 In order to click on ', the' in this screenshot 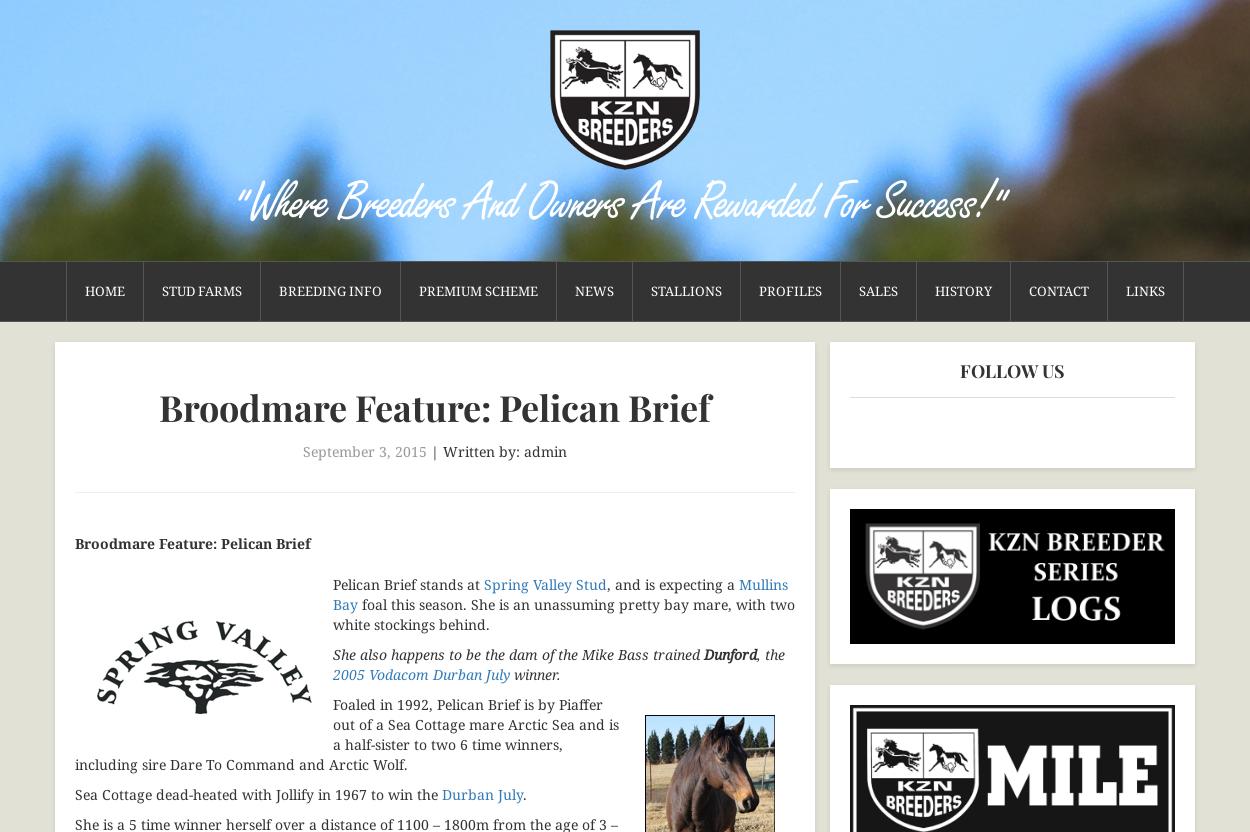, I will do `click(771, 653)`.